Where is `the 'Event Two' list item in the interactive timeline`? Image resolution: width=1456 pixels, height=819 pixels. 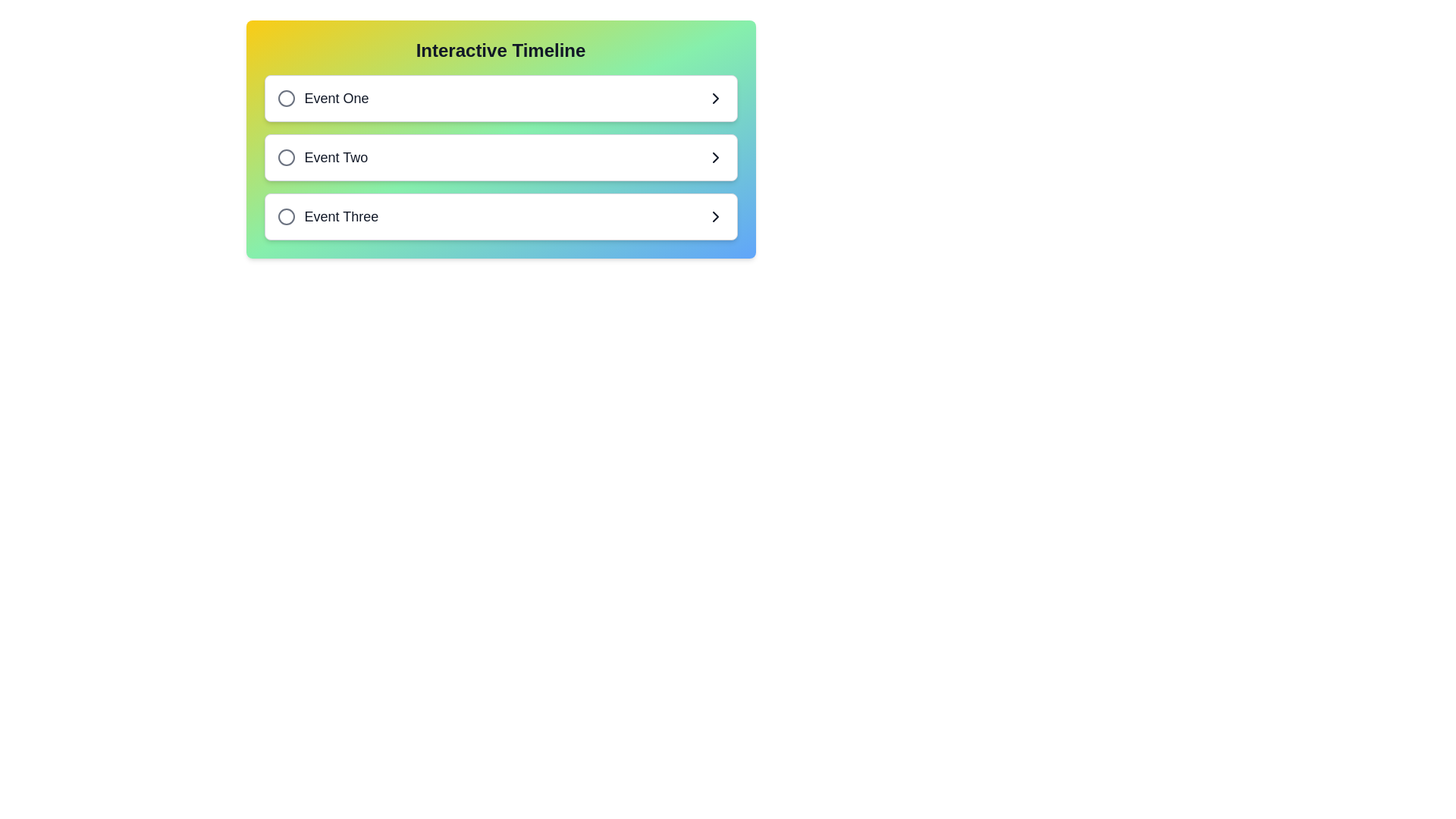
the 'Event Two' list item in the interactive timeline is located at coordinates (322, 158).